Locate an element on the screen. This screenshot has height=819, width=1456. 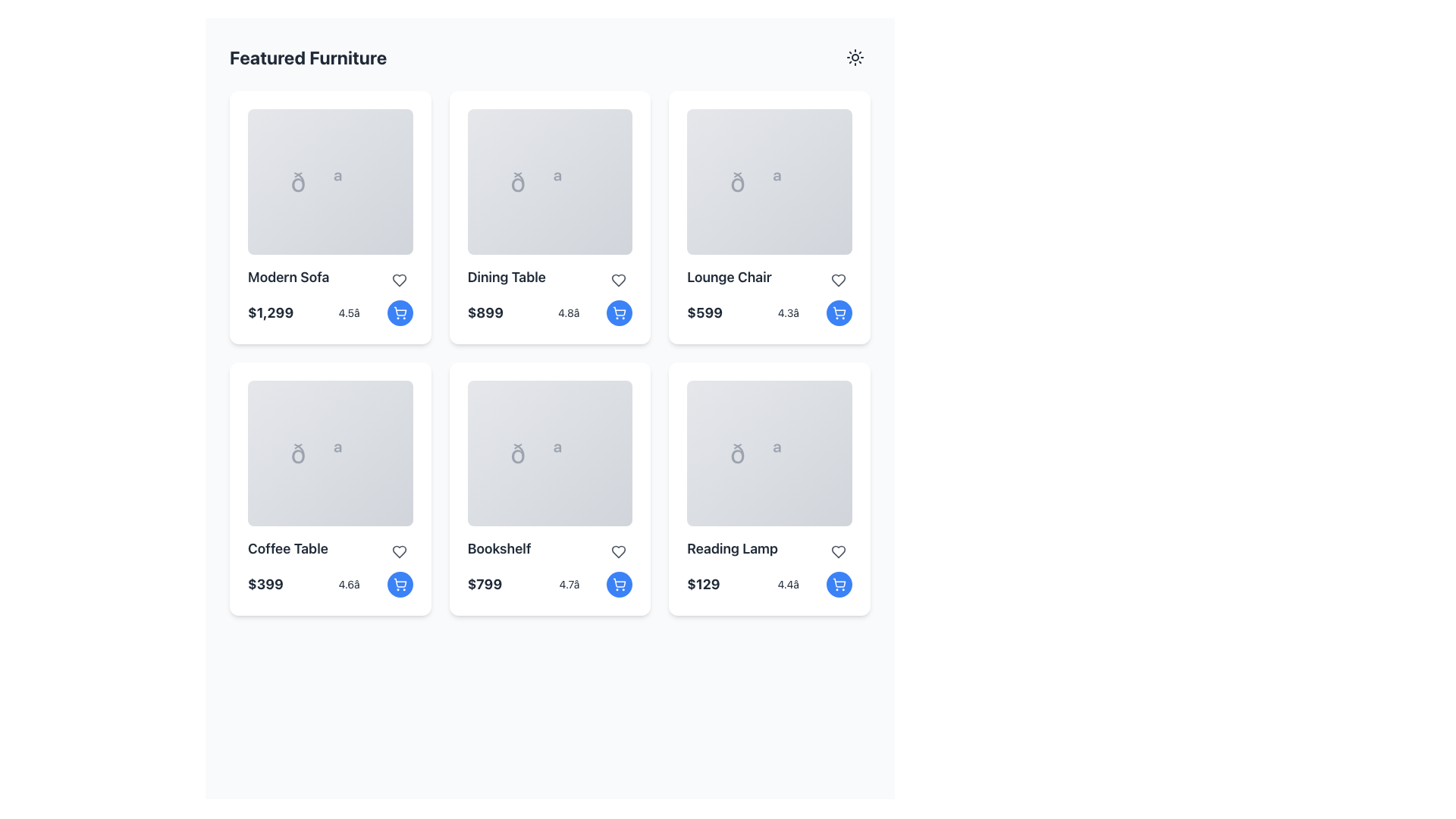
the Text label displaying the price of the featured 'Coffee Table' product, located at the bottom left of the card in the 'Featured Furniture' section is located at coordinates (265, 584).